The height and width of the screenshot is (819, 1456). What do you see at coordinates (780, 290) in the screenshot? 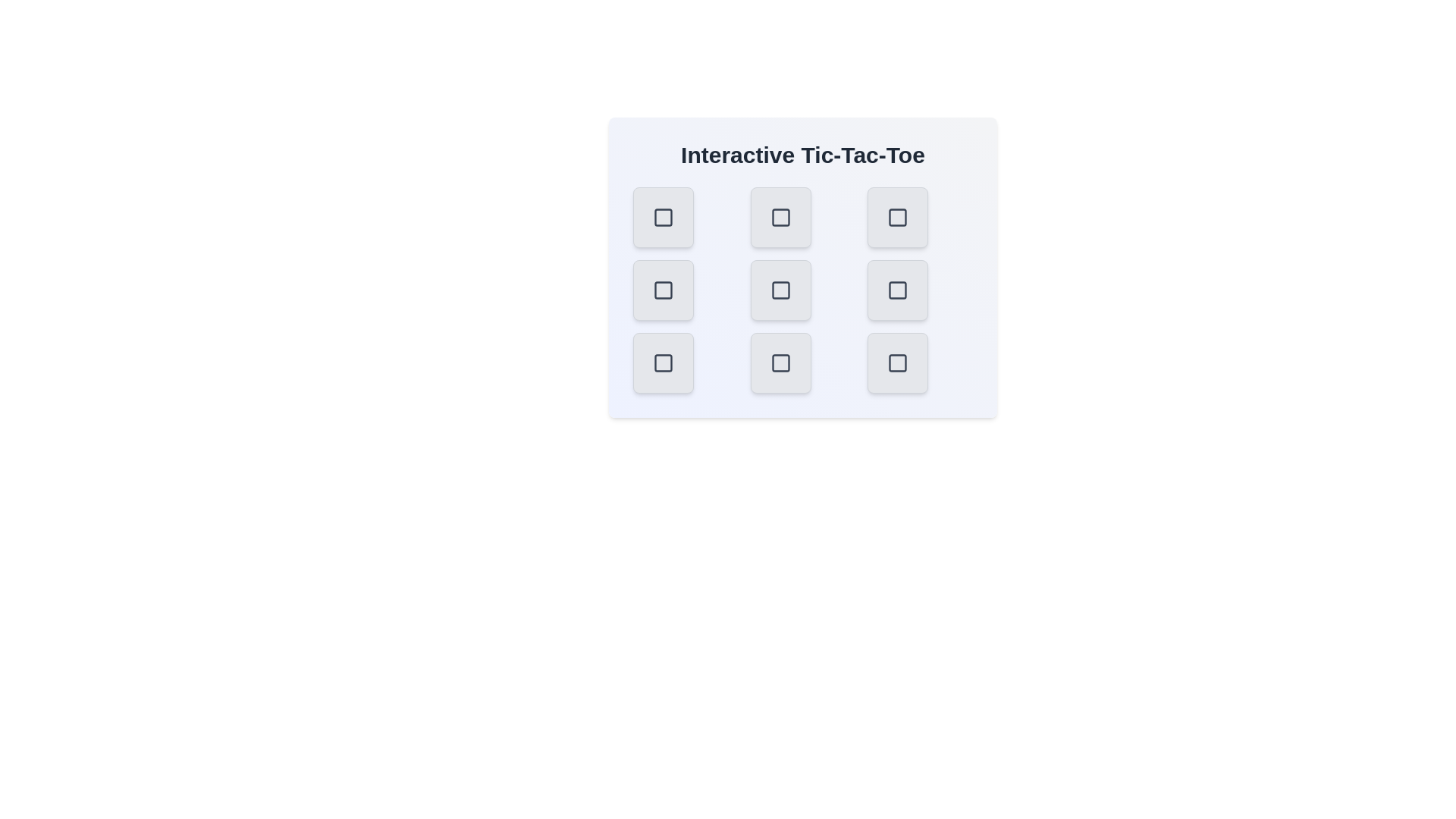
I see `the button at middle-center` at bounding box center [780, 290].